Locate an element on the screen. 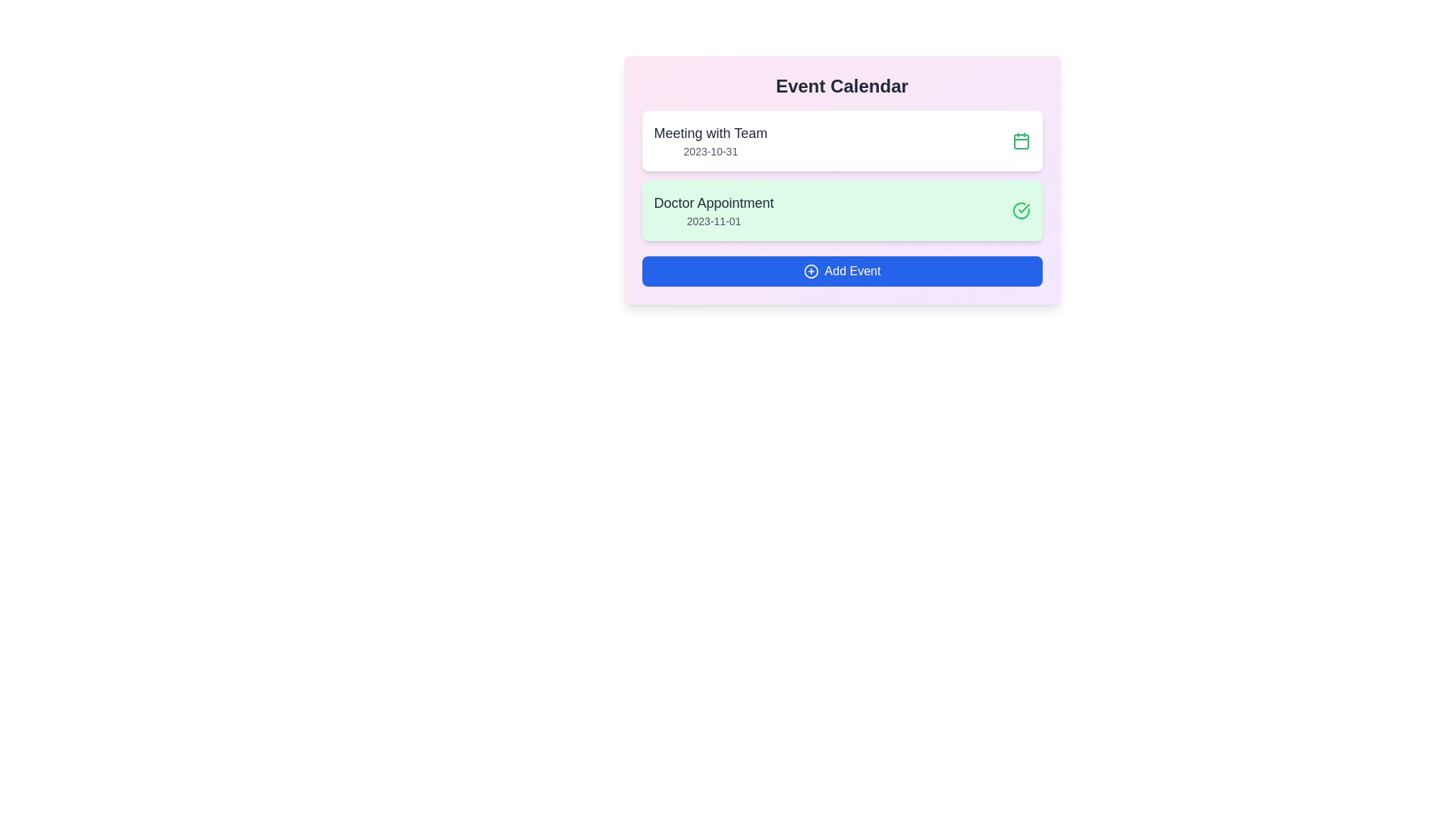 Image resolution: width=1456 pixels, height=819 pixels. the 'Add Event' button to add a new event is located at coordinates (841, 271).